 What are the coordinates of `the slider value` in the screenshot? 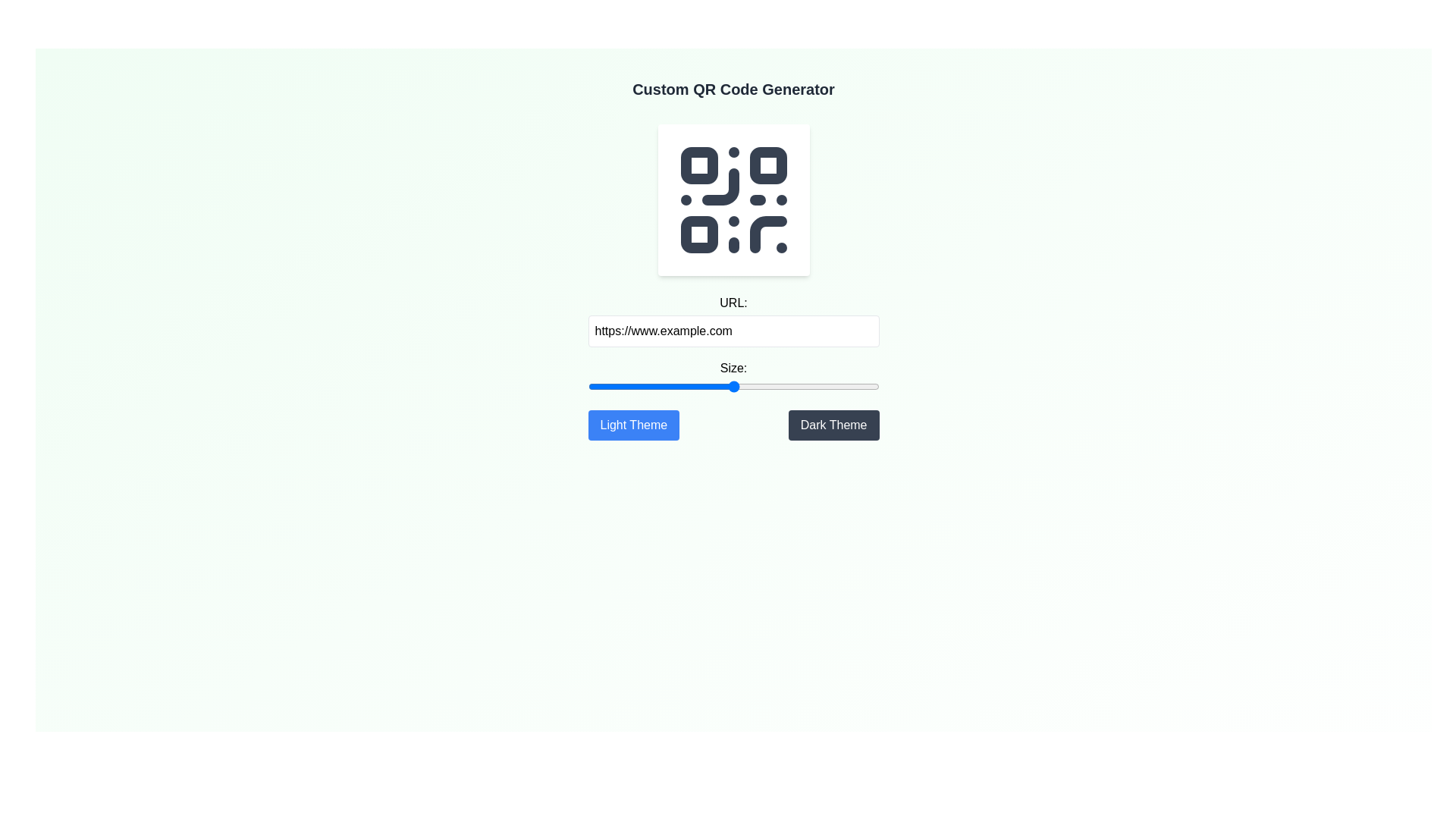 It's located at (595, 385).